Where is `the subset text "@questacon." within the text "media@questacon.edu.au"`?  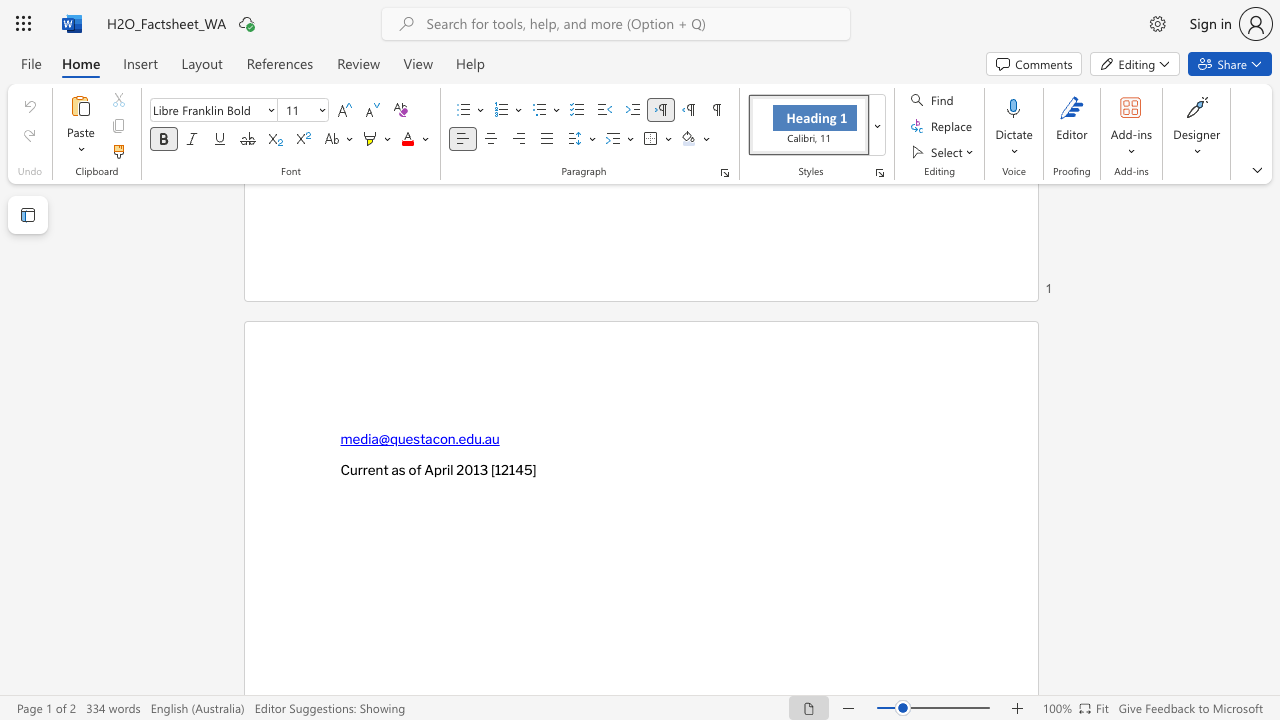 the subset text "@questacon." within the text "media@questacon.edu.au" is located at coordinates (378, 438).